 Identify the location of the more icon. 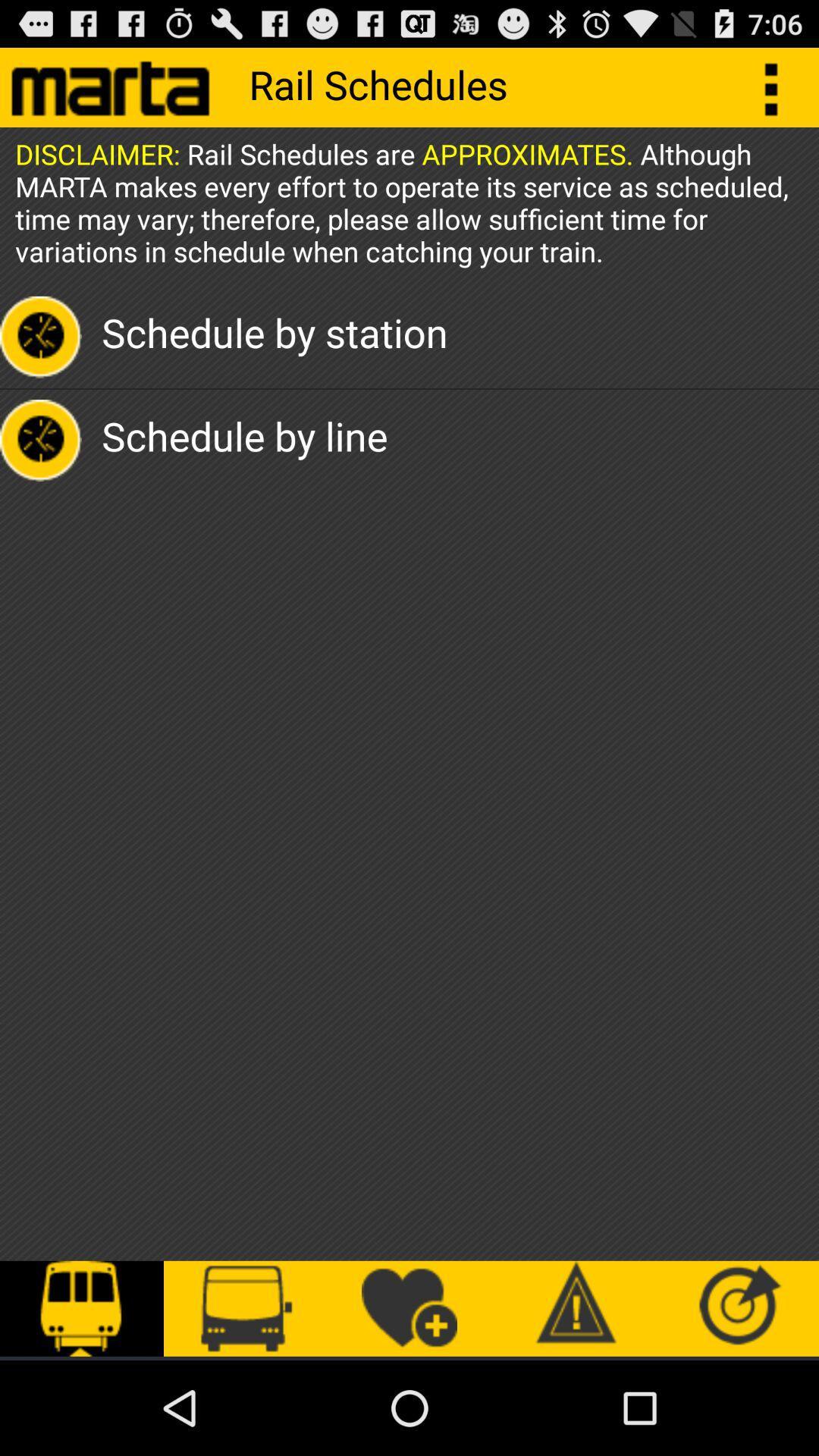
(779, 93).